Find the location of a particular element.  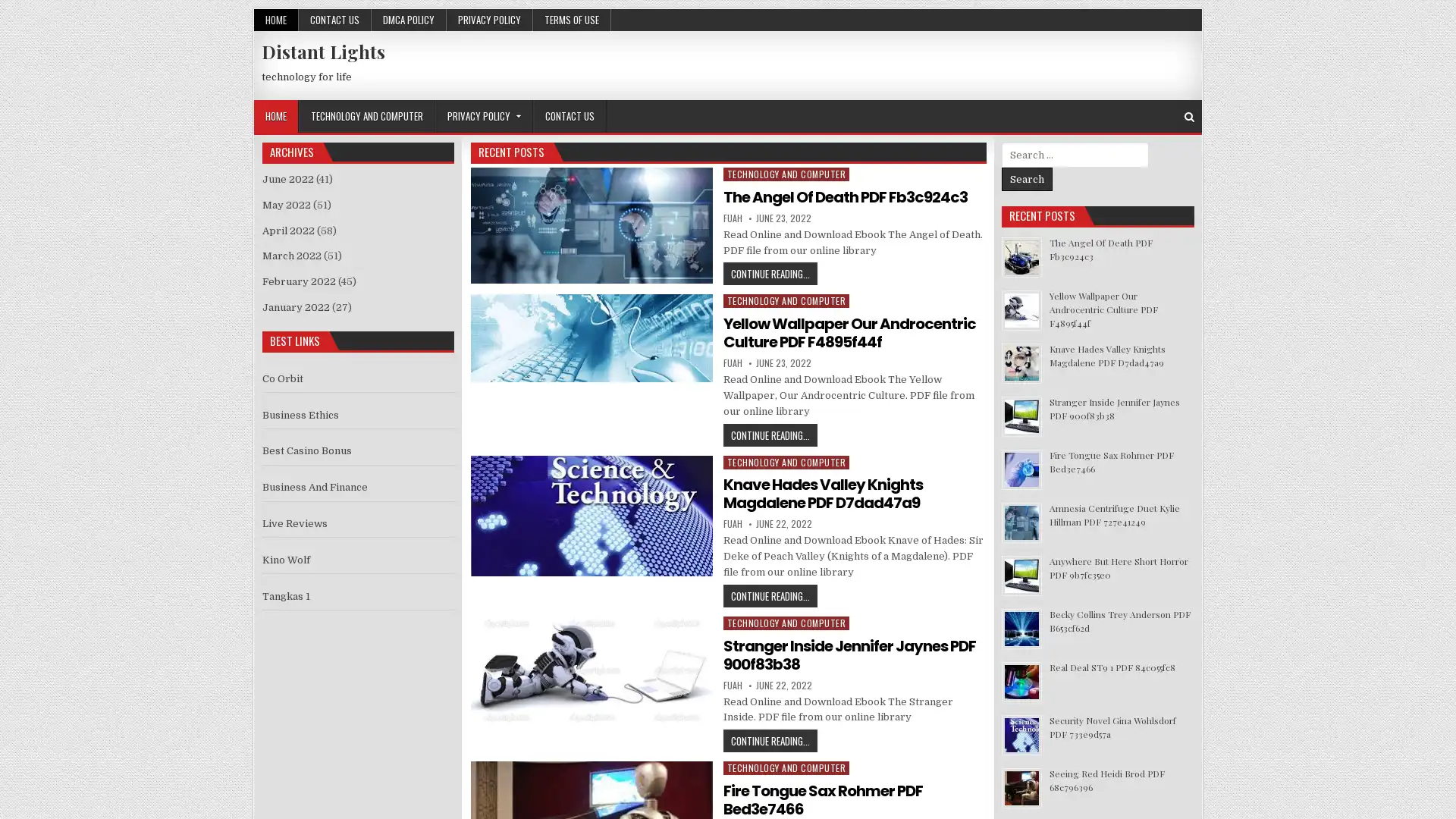

Search is located at coordinates (1027, 178).